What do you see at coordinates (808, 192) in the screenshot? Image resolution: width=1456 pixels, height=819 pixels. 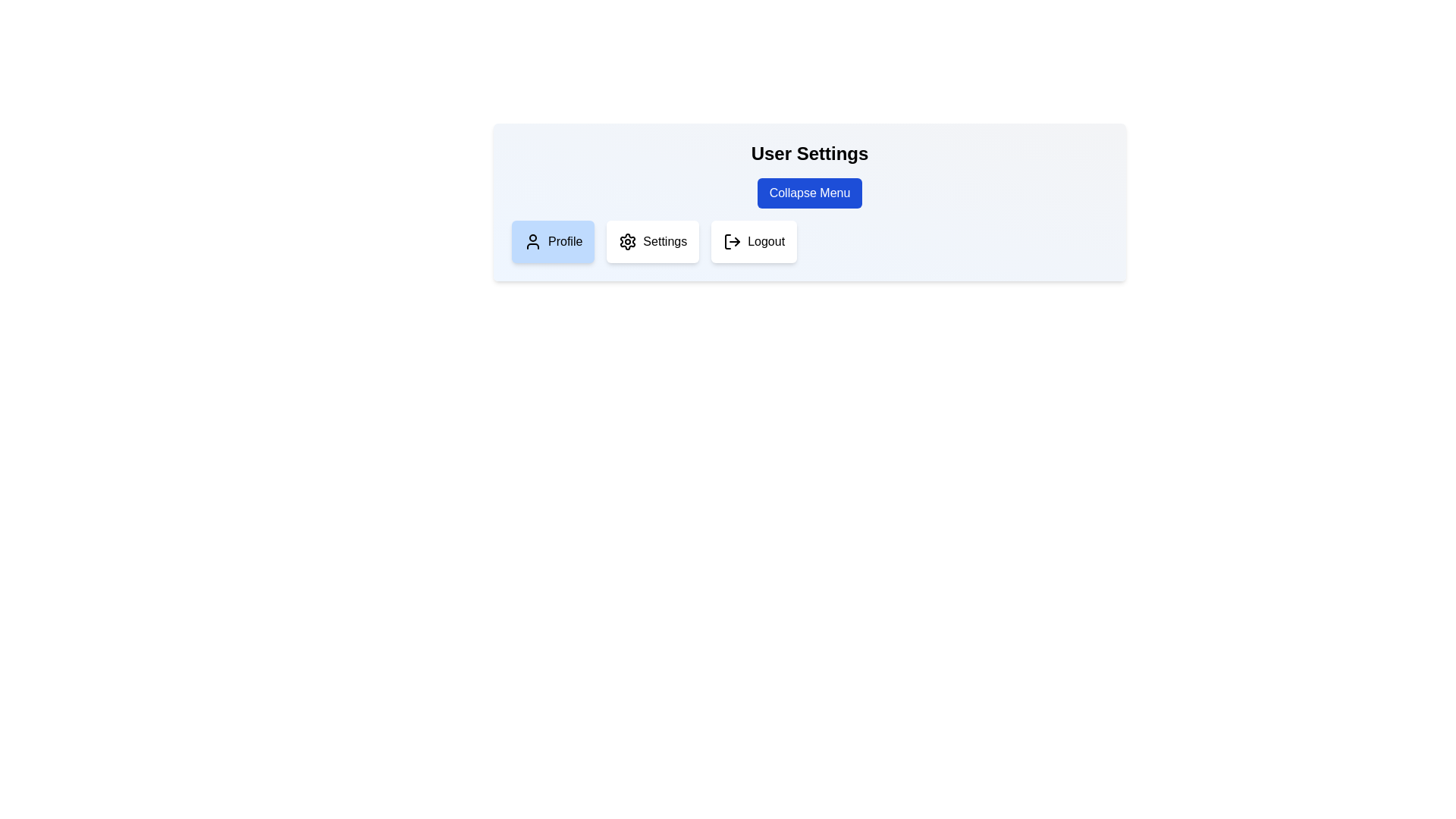 I see `the 'Collapse Menu' button to toggle the menu visibility` at bounding box center [808, 192].